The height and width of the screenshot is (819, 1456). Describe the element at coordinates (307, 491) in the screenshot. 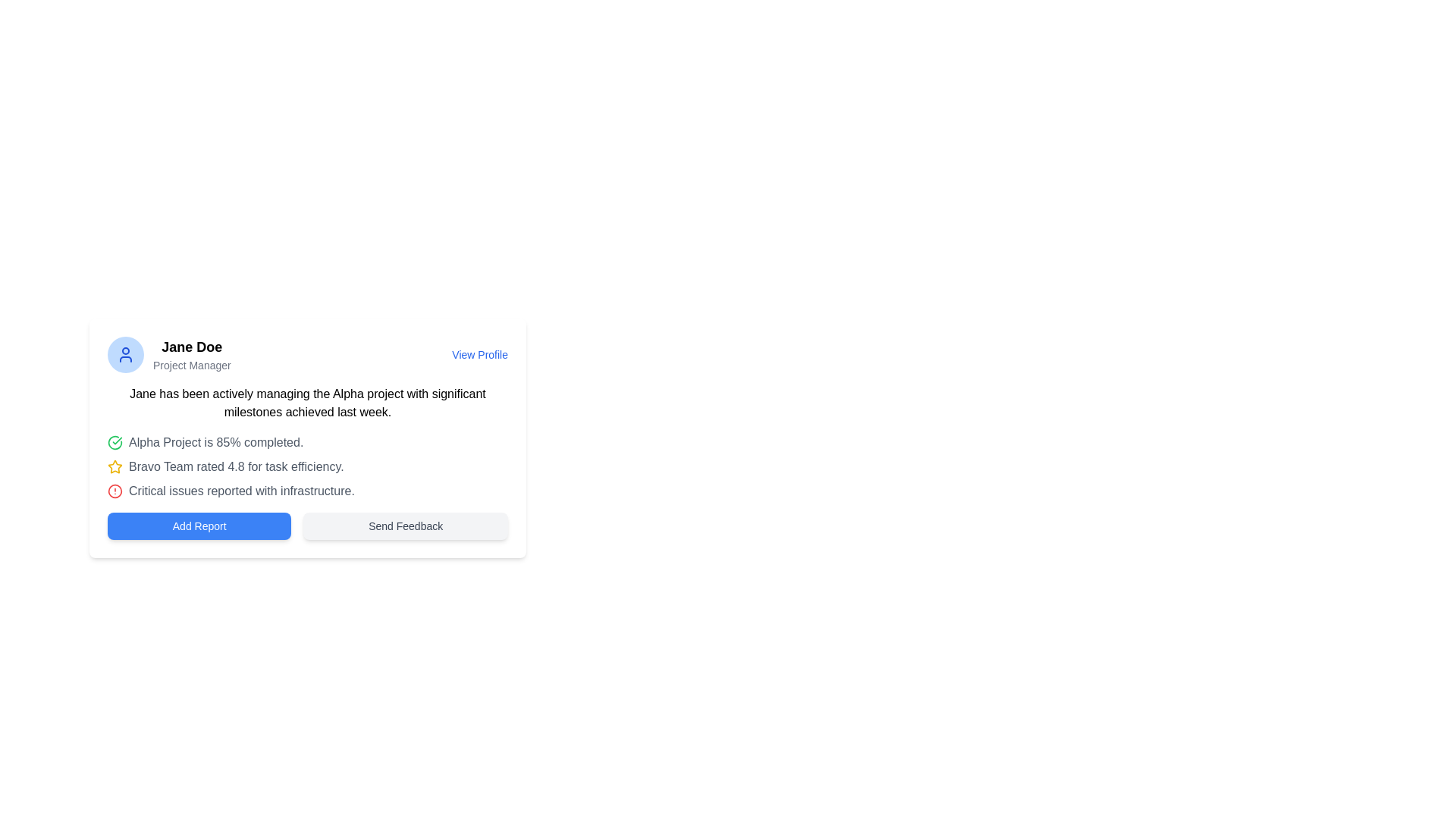

I see `informational text that indicates a critical issue regarding infrastructure, located at the bottom of the list under the heading, following the completion status of the Alpha Project and the rating of the Bravo Team` at that location.